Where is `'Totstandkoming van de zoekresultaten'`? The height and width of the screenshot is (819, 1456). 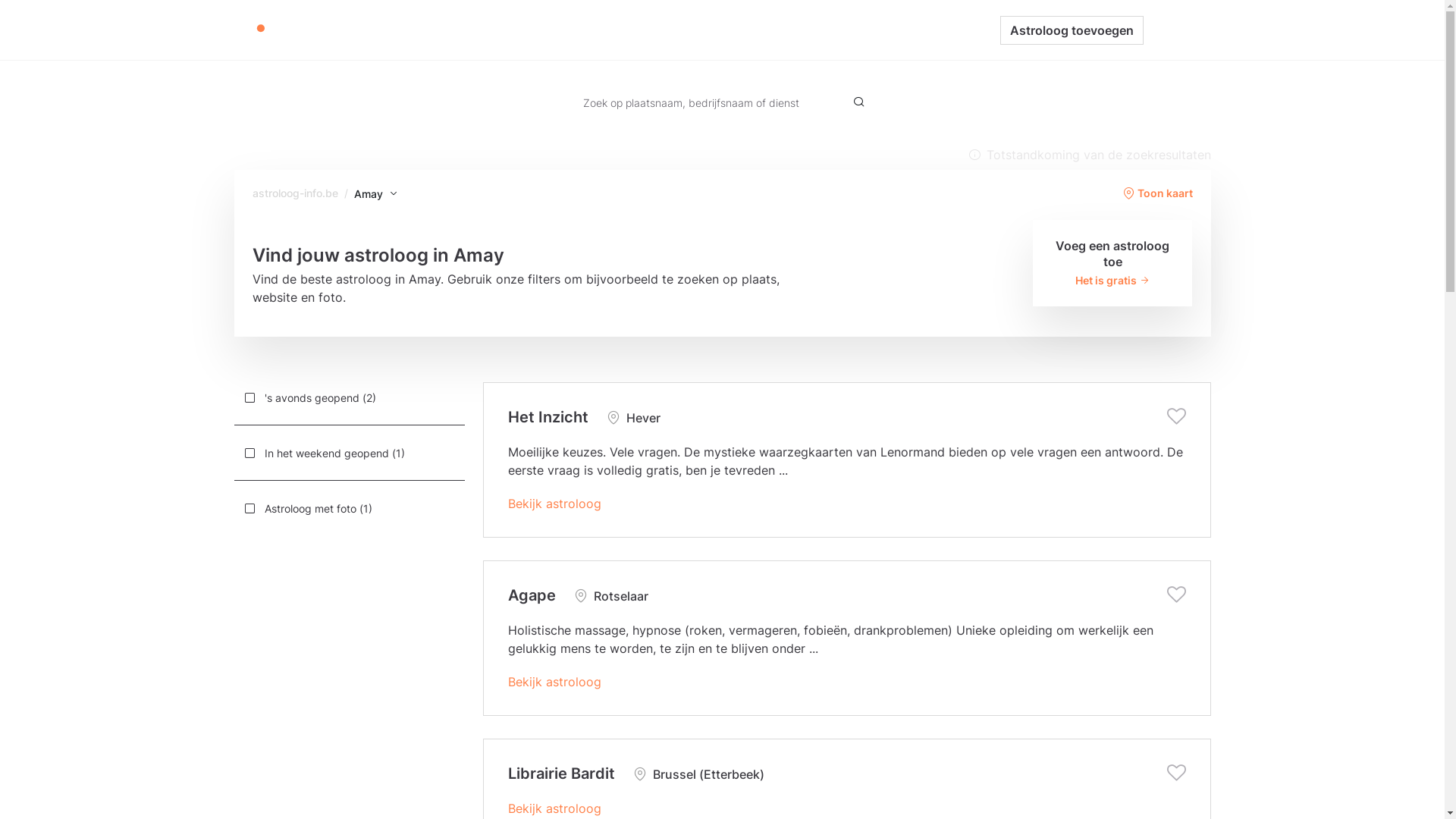
'Totstandkoming van de zoekresultaten' is located at coordinates (1087, 155).